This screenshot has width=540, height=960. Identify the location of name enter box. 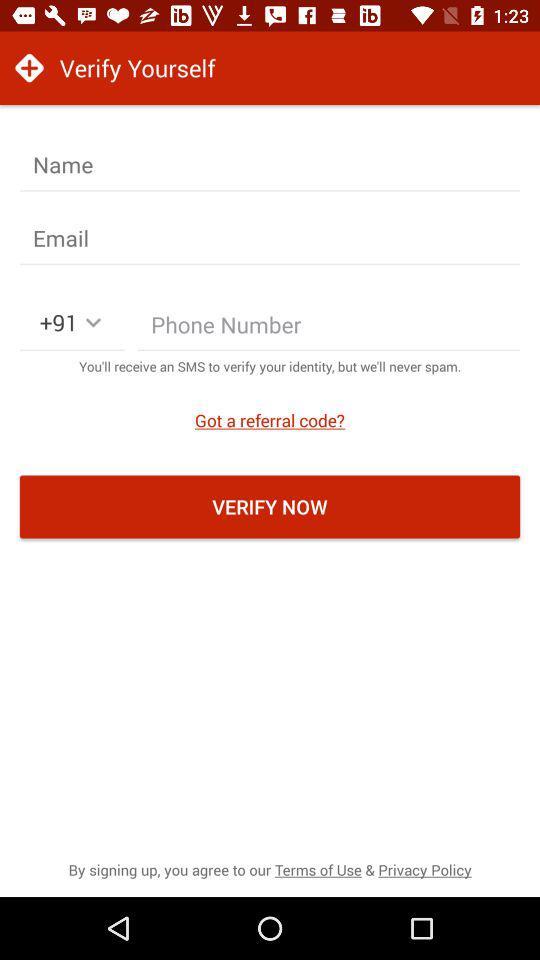
(270, 164).